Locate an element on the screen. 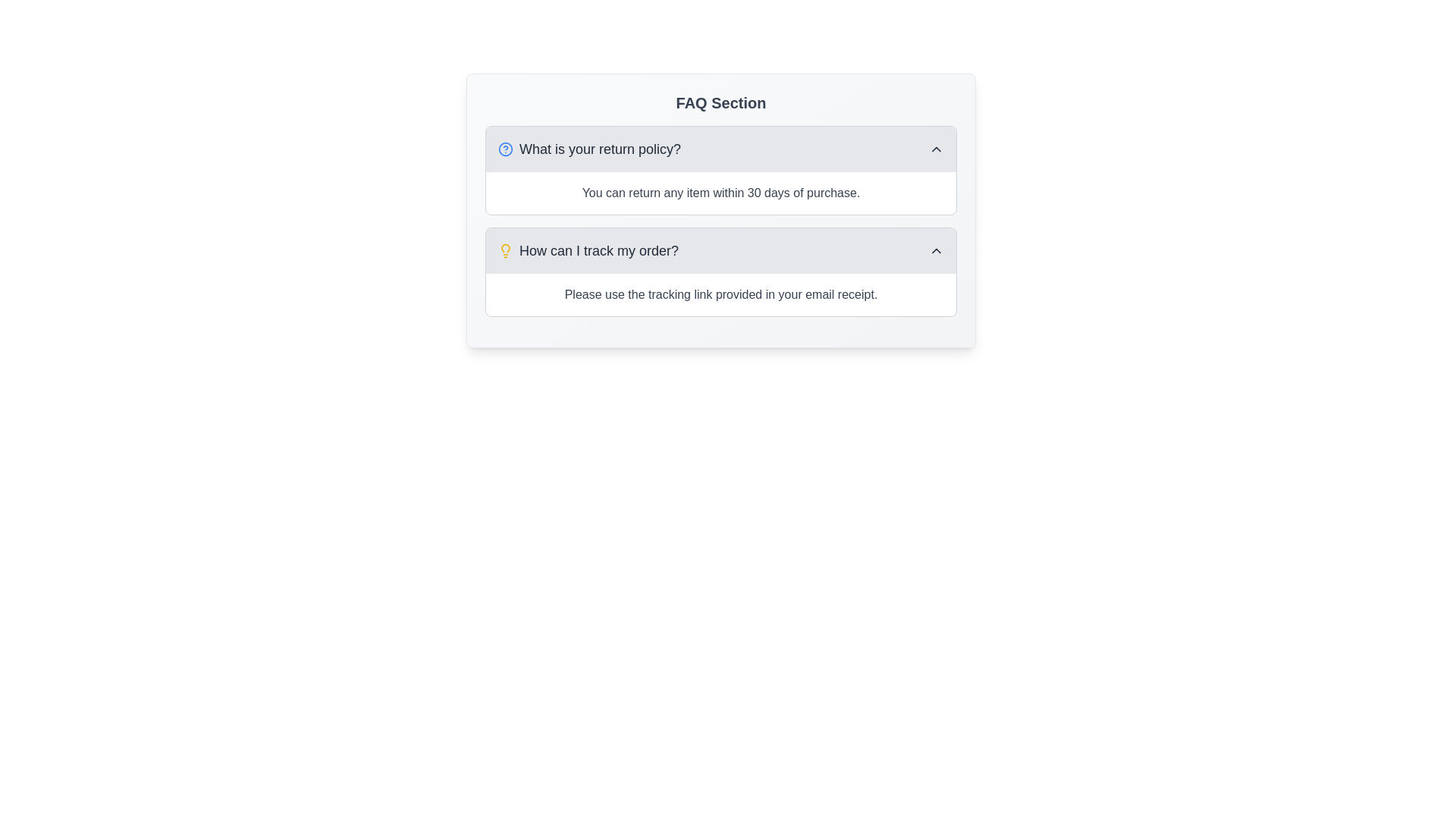 This screenshot has height=819, width=1456. the Text Display element that contains the string 'What is your return policy?' in the FAQ section is located at coordinates (599, 149).